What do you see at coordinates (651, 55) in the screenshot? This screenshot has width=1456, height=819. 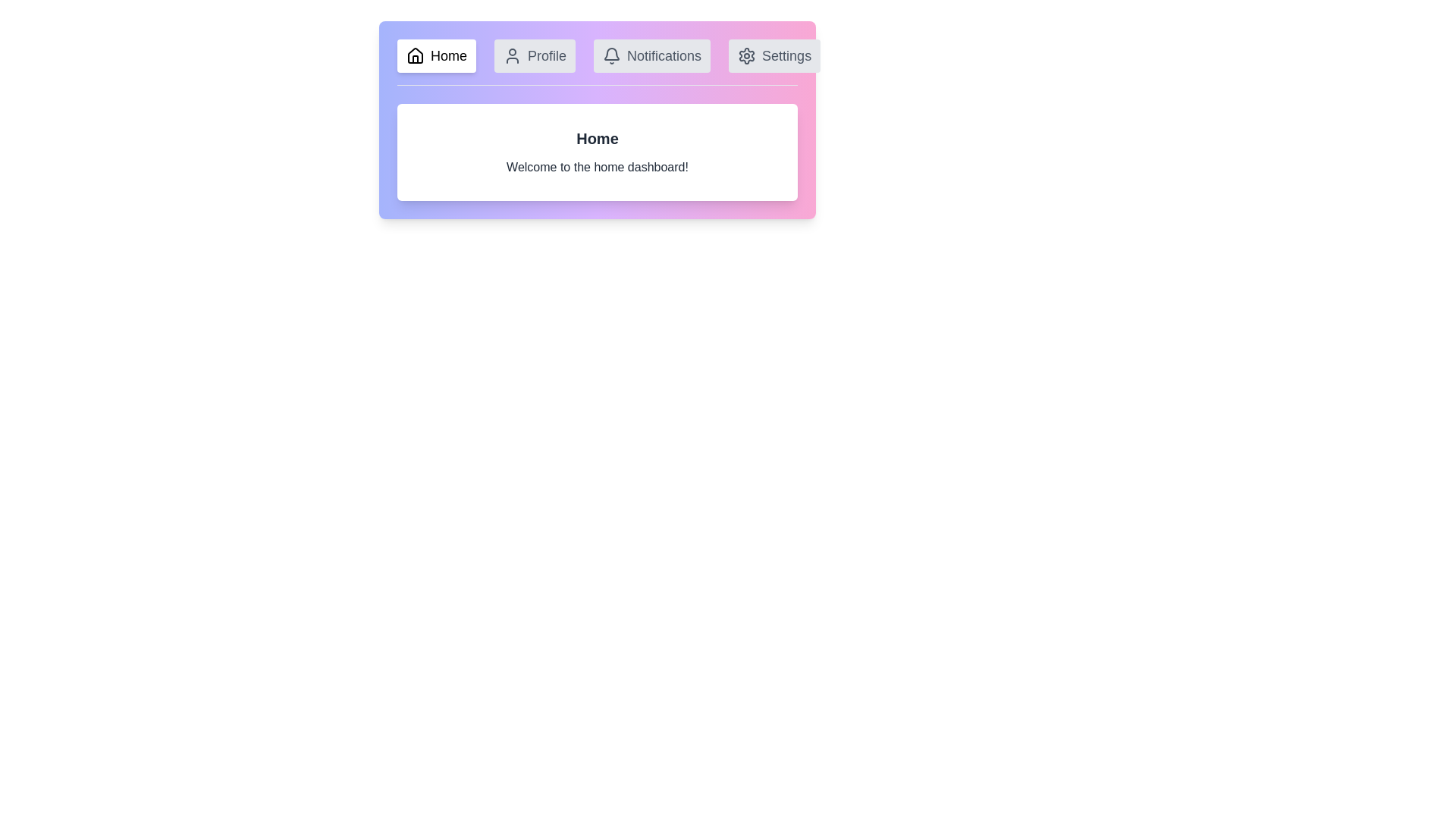 I see `the tab labeled Notifications to select it` at bounding box center [651, 55].